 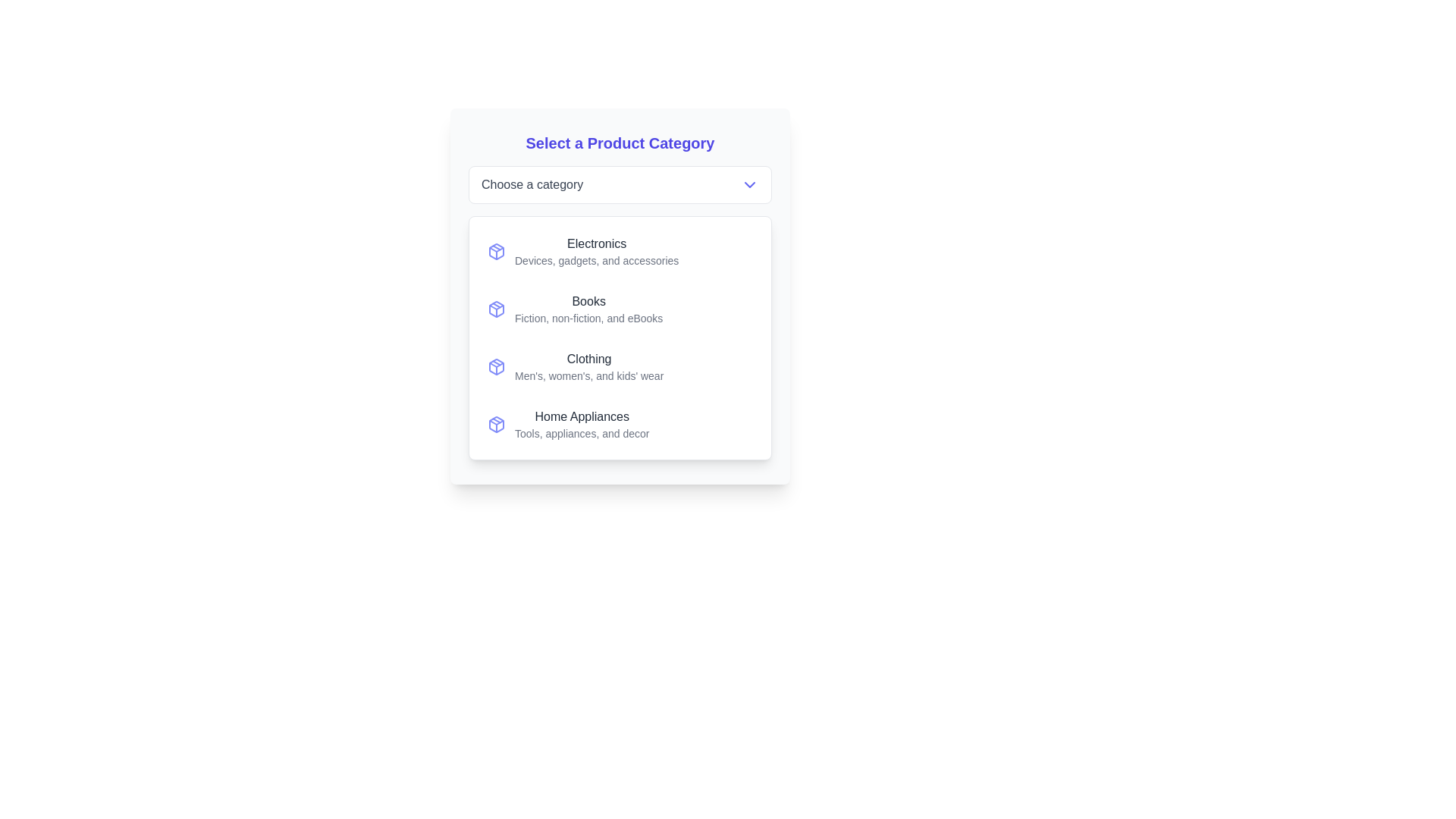 What do you see at coordinates (496, 250) in the screenshot?
I see `the SVG element representing the 'Electronics' category in the dropdown menu, which is located adjacent to the text 'Electronics'` at bounding box center [496, 250].